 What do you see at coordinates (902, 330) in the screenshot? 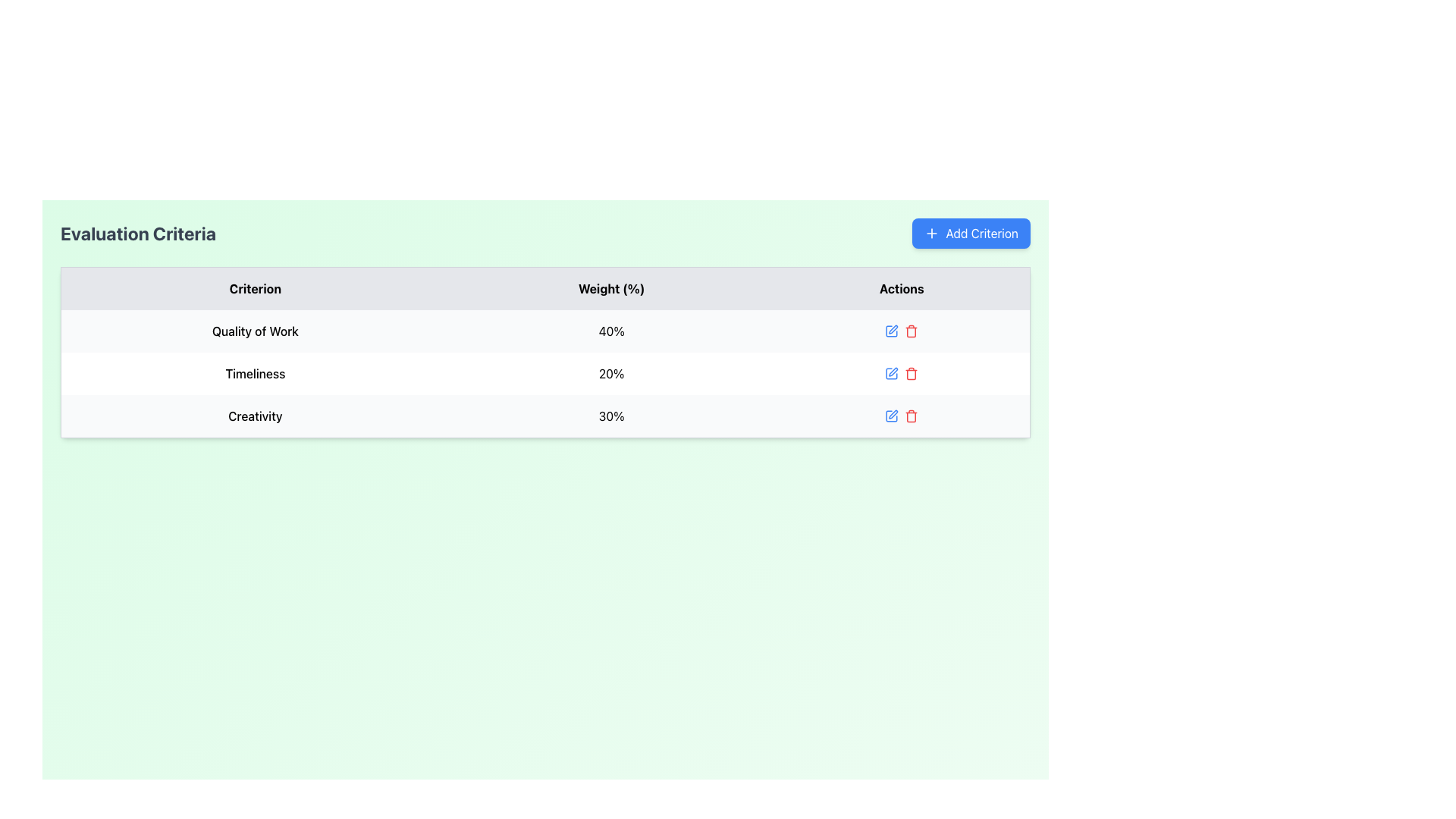
I see `the blue edit icon in the 'Actions' column of the 'Quality of Work' row in the table` at bounding box center [902, 330].